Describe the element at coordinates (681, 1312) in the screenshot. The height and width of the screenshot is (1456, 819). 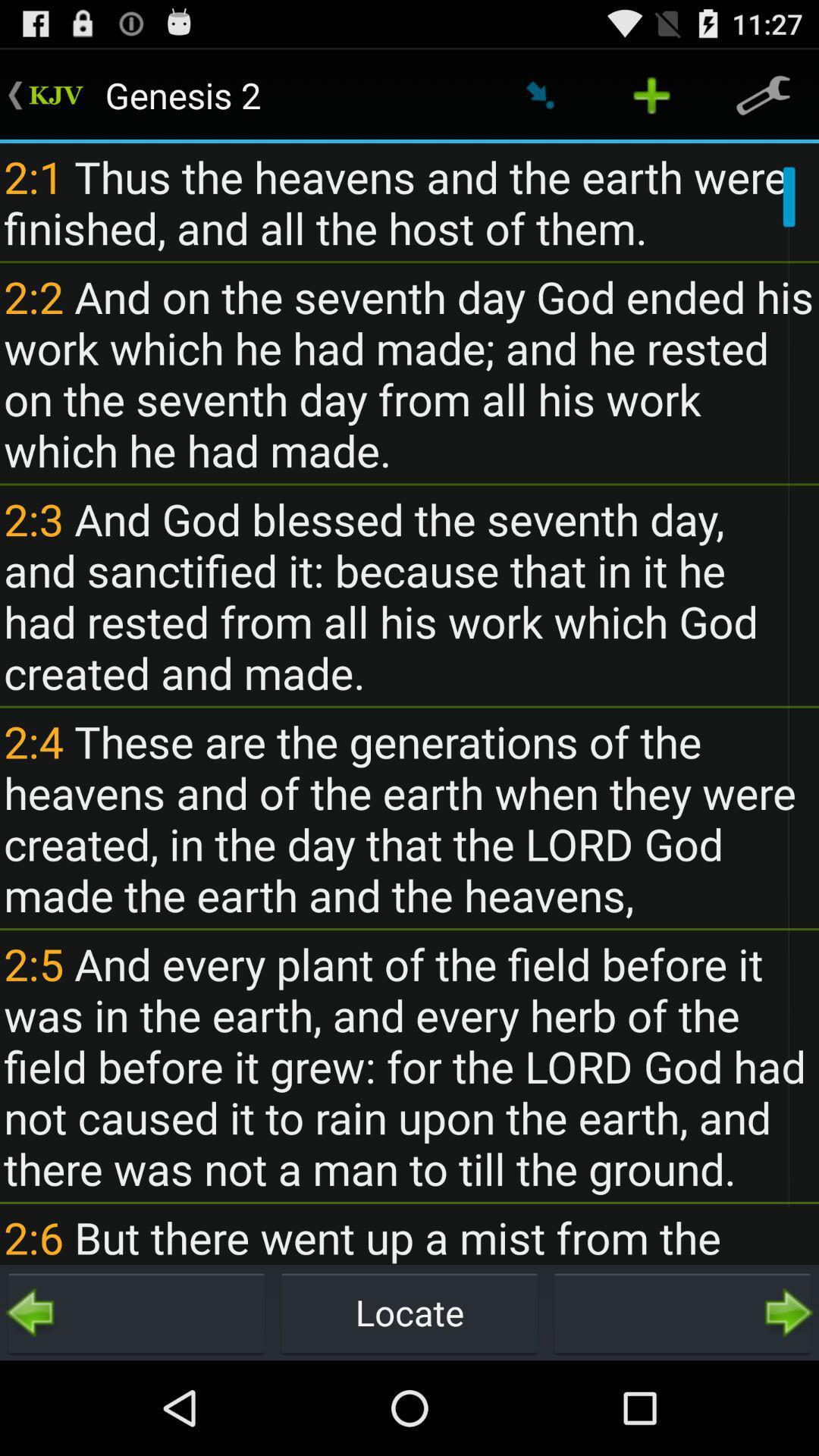
I see `next` at that location.